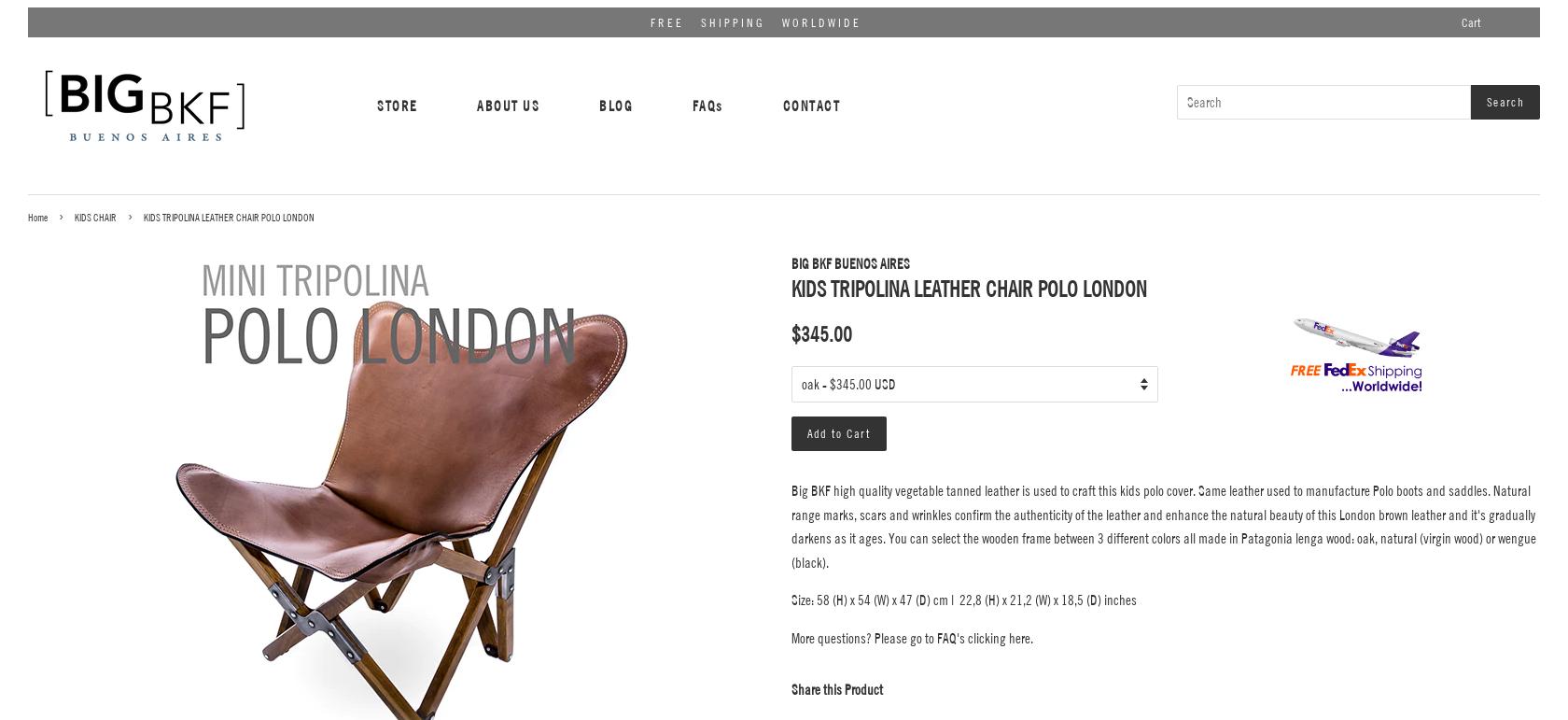 The width and height of the screenshot is (1568, 720). I want to click on 'Share this Product', so click(791, 689).